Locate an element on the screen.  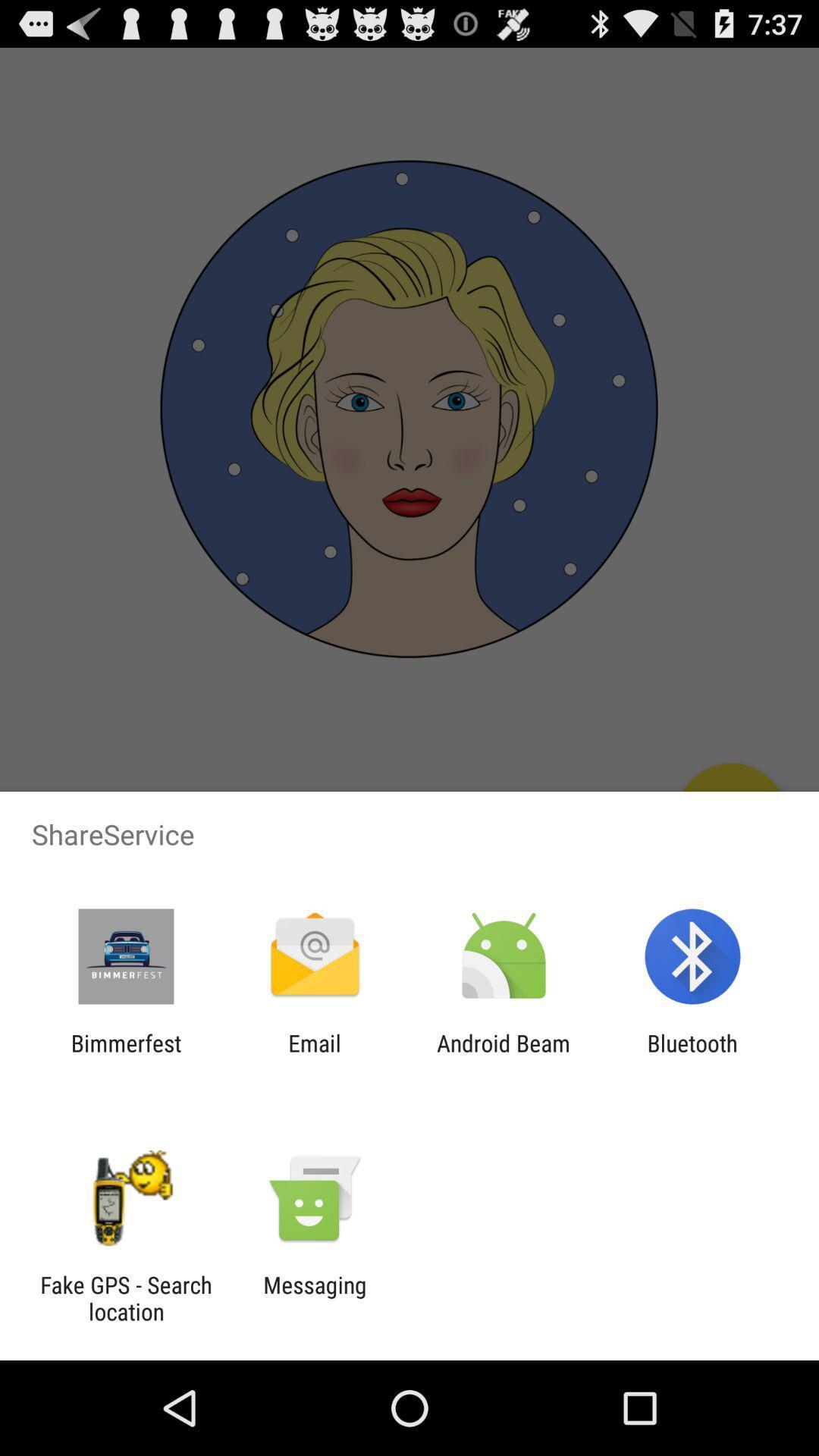
the messaging item is located at coordinates (314, 1298).